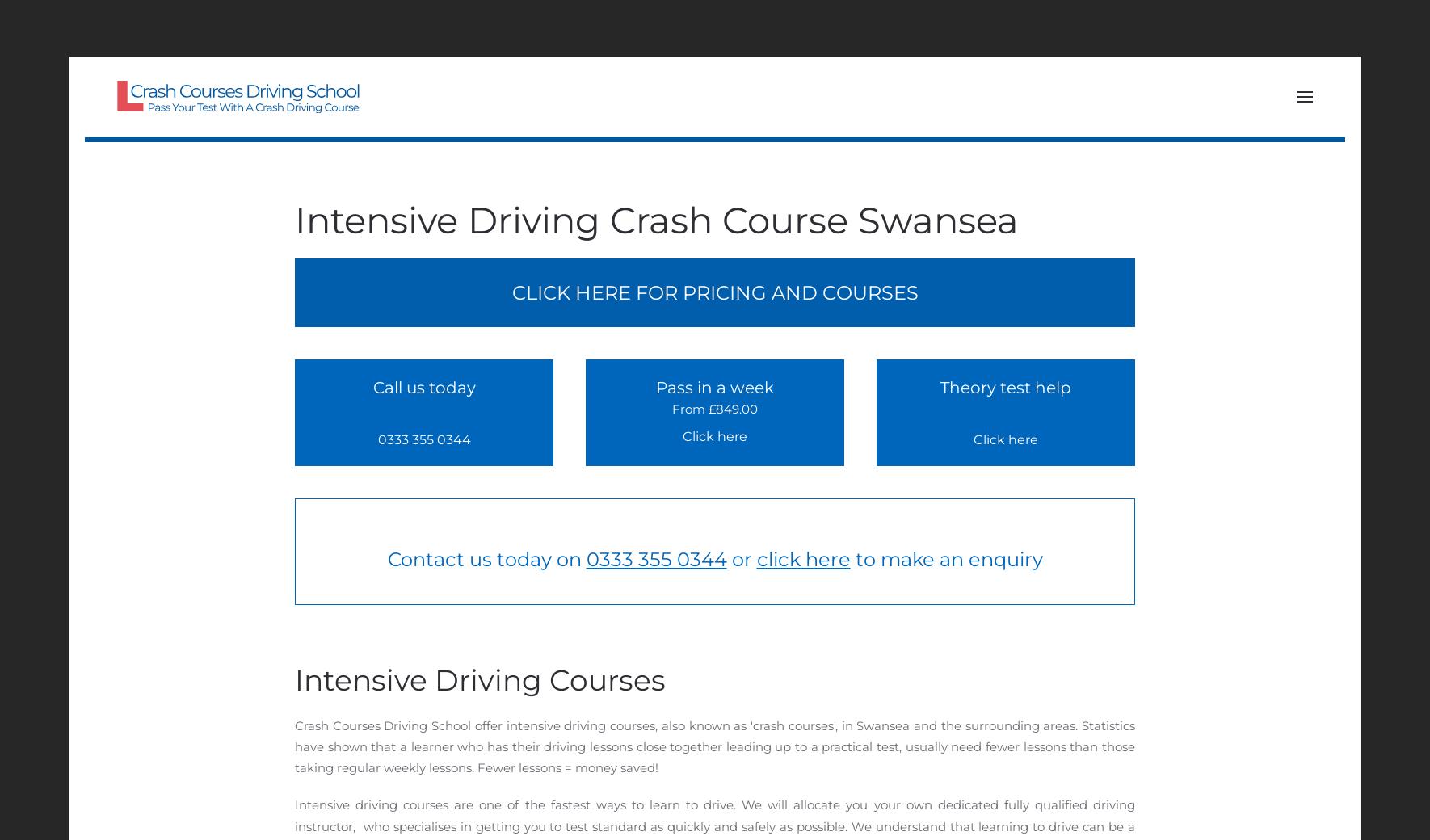 The image size is (1430, 840). I want to click on 'Crash Courses Driving School offer intensive driving courses, also known as 'crash courses', in Swansea and the surrounding areas. Statistics have shown that a learner who has their driving lessons close together leading up to a practical test, usually need fewer lessons than those taking regular weekly lessons. Fewer lessons = money saved!', so click(293, 746).